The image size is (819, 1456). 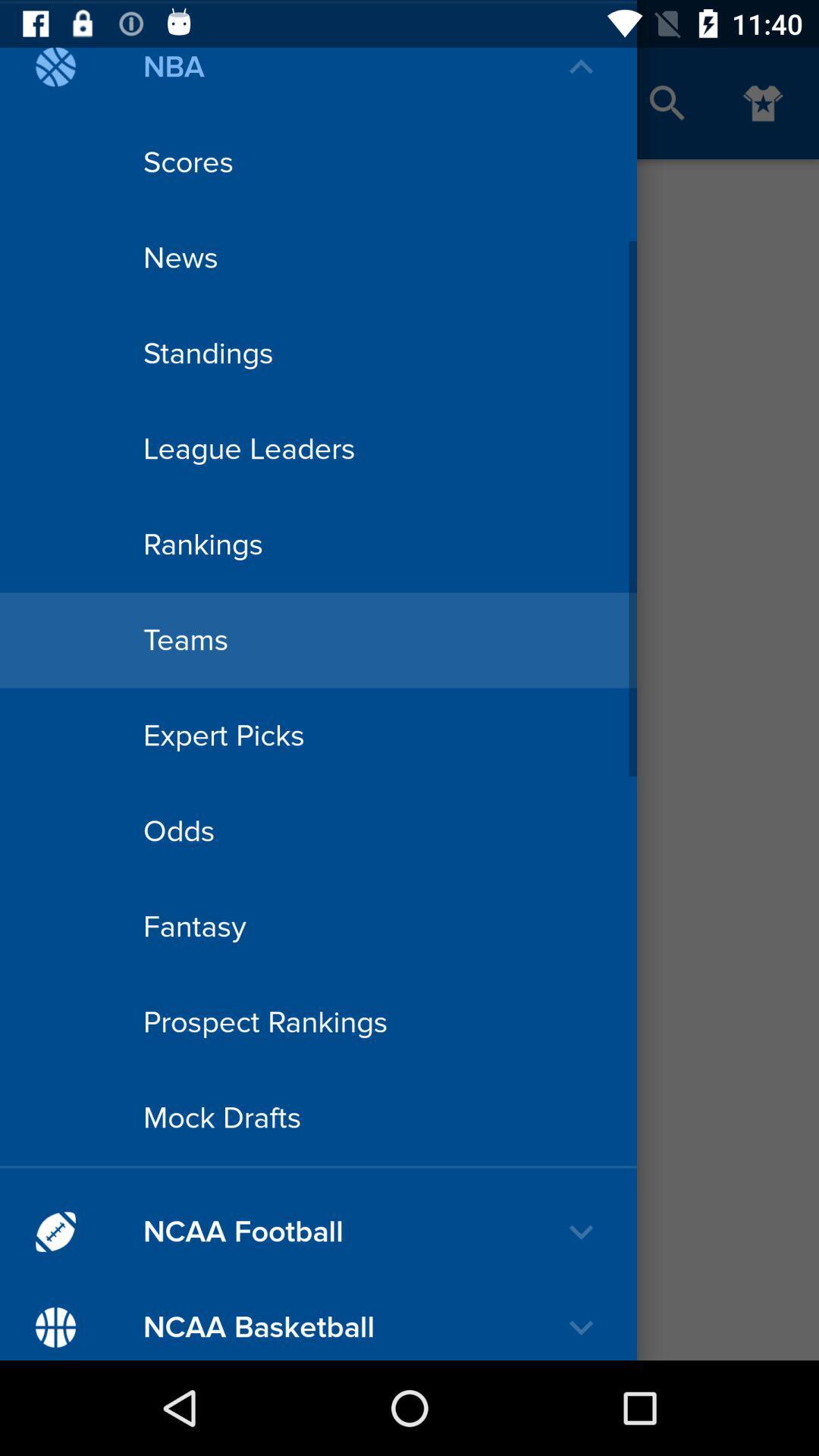 I want to click on the search icon, so click(x=667, y=102).